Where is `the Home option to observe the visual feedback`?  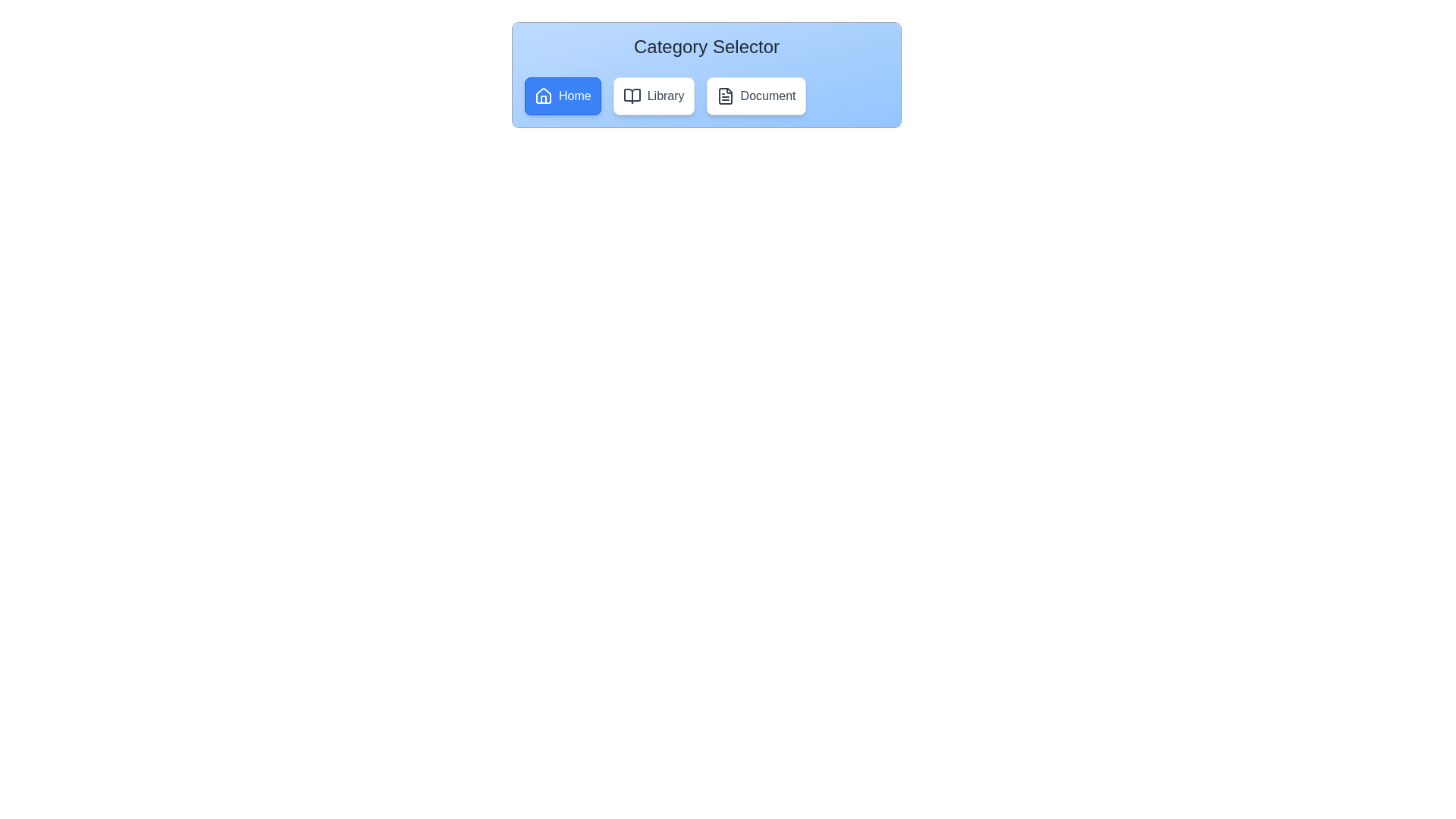
the Home option to observe the visual feedback is located at coordinates (562, 96).